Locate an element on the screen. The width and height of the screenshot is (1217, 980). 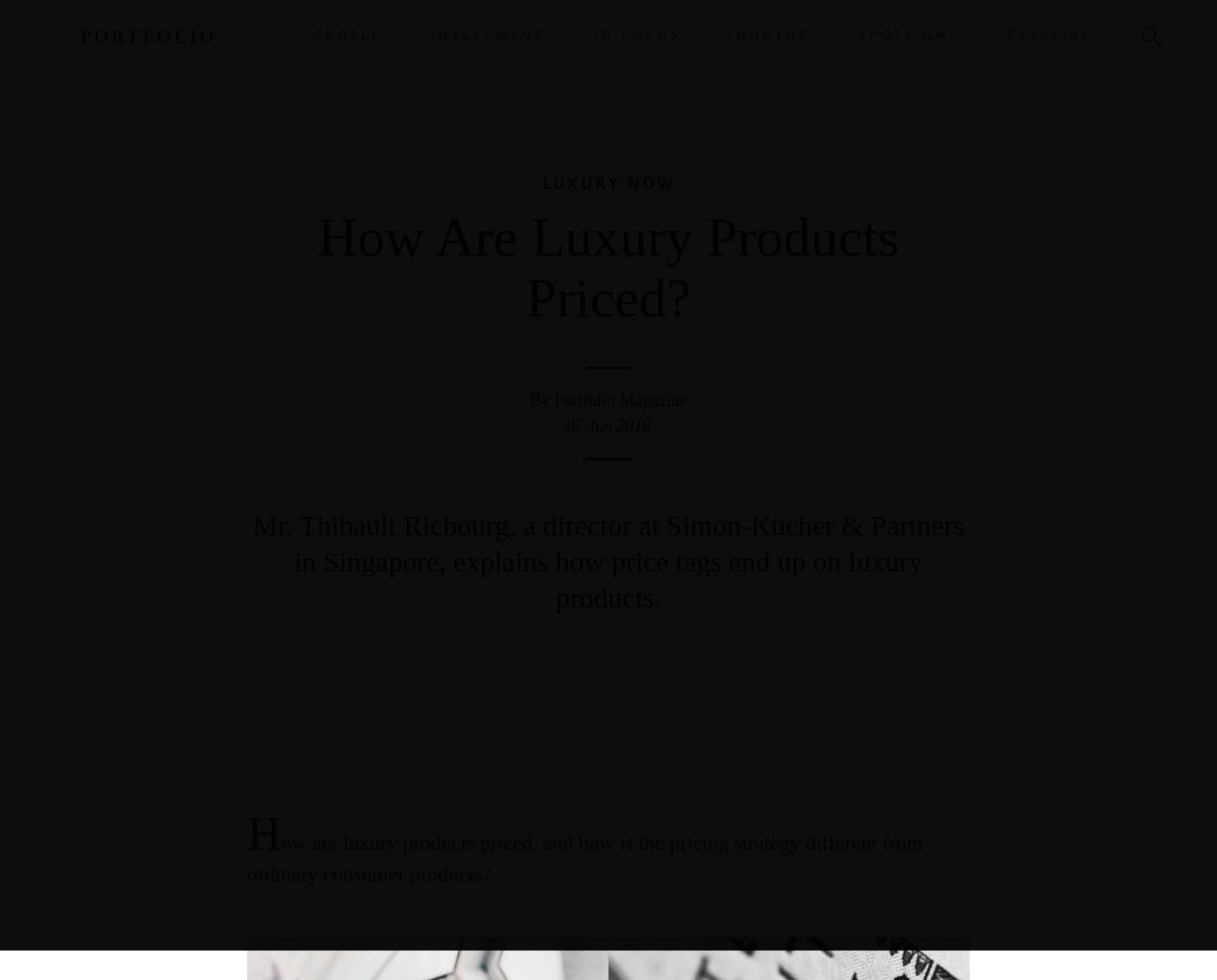
'IN FOCUS' is located at coordinates (637, 34).